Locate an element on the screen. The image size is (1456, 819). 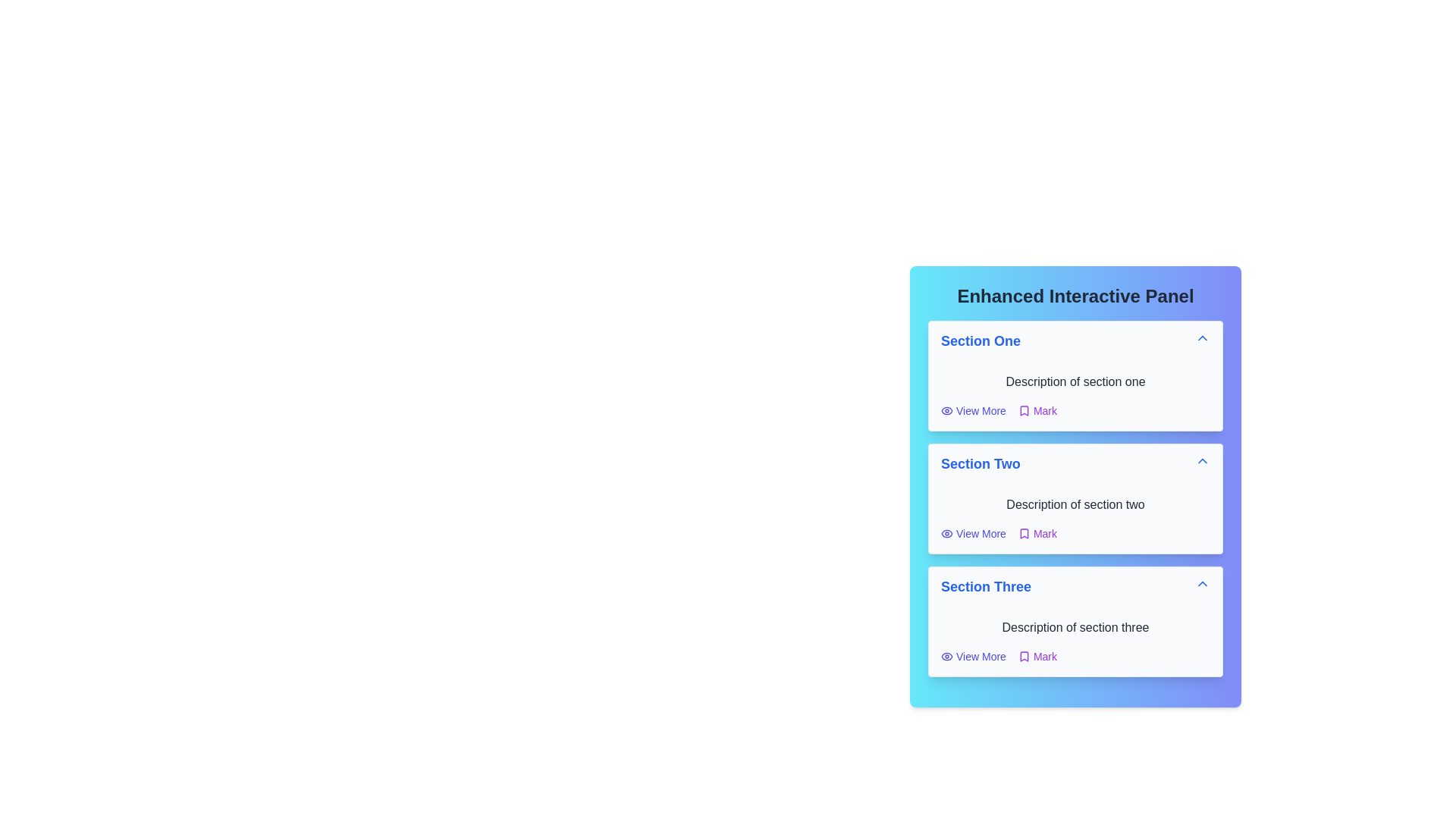
the text element displaying 'Section Three', which is styled in bold blue and located at the bottom of three vertically stacked sections is located at coordinates (986, 586).